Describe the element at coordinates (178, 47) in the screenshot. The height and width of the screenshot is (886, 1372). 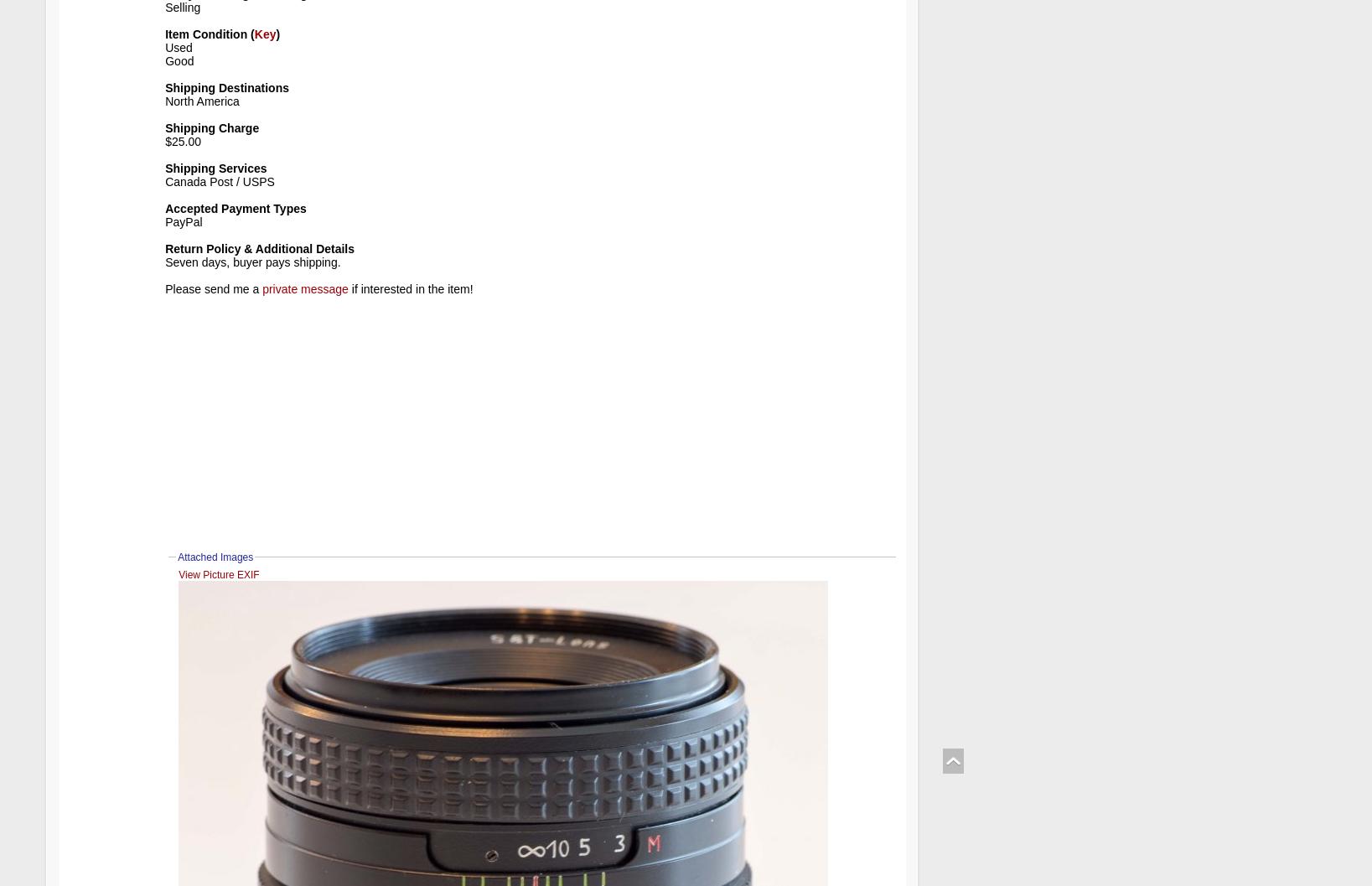
I see `'Used'` at that location.